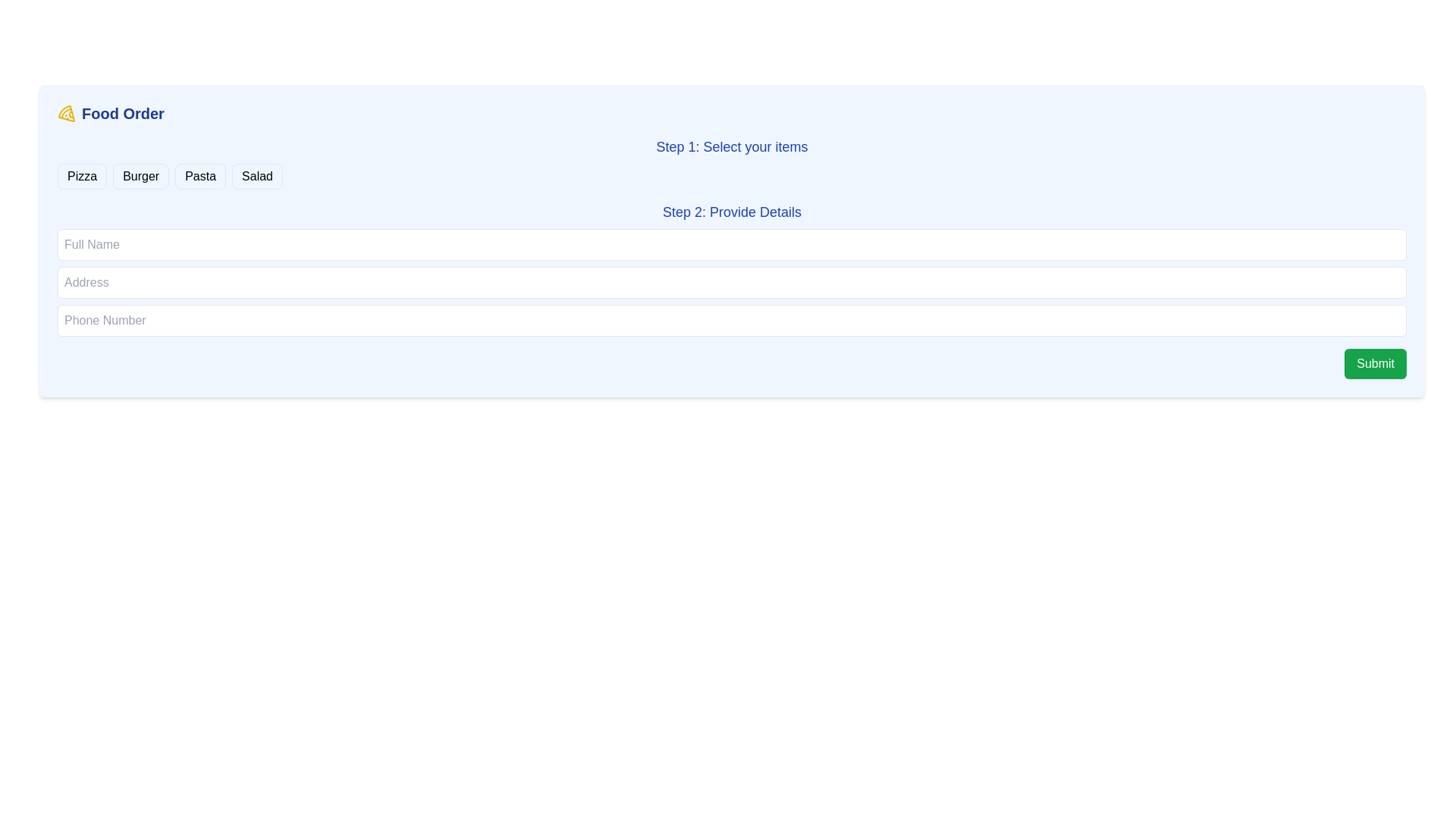 This screenshot has height=819, width=1456. What do you see at coordinates (732, 146) in the screenshot?
I see `the header text 'Step 1: Select your items' which is styled in a large, blue, bold font and serves as the introductory header for item selection` at bounding box center [732, 146].